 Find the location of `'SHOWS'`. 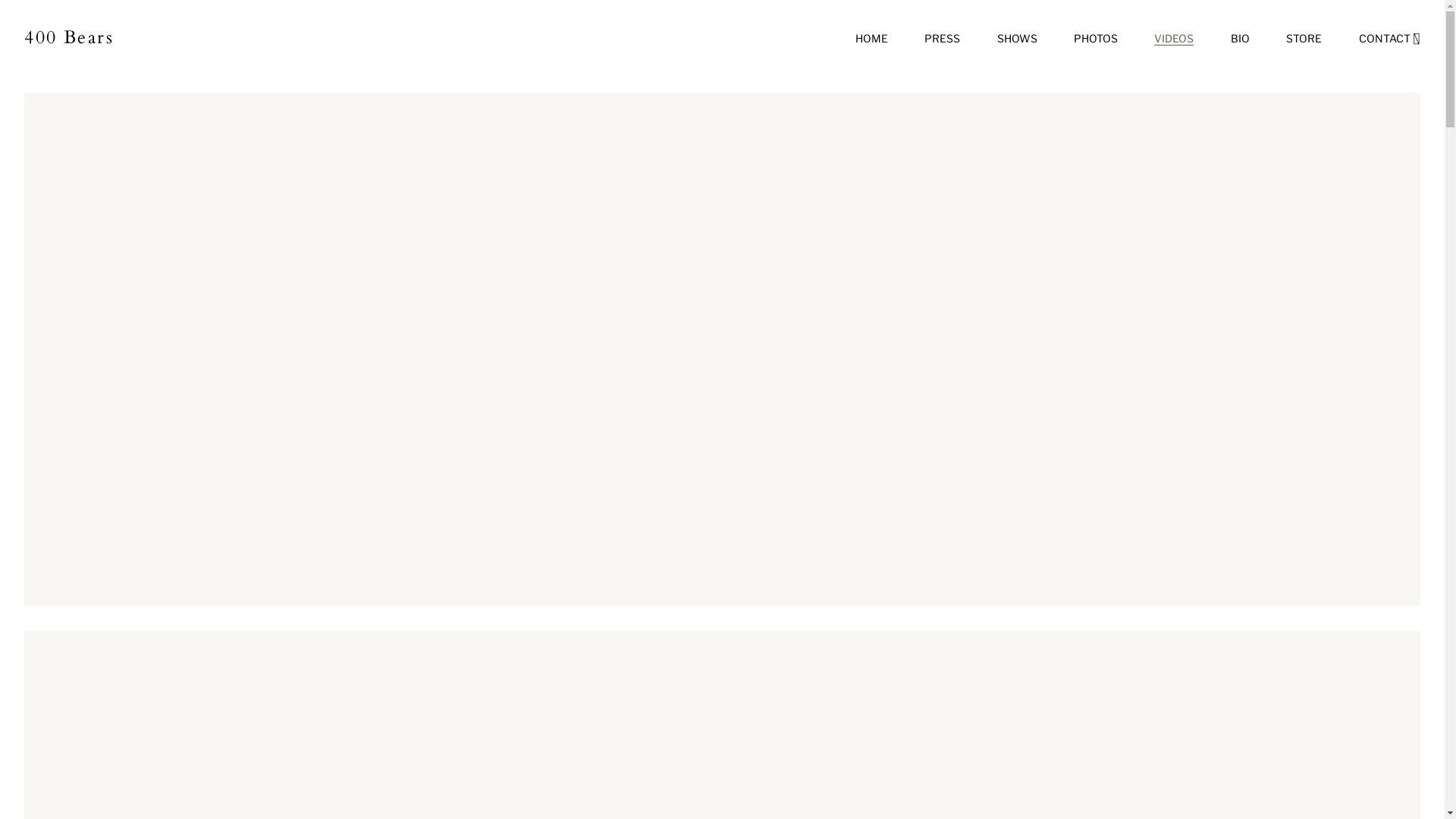

'SHOWS' is located at coordinates (1017, 37).